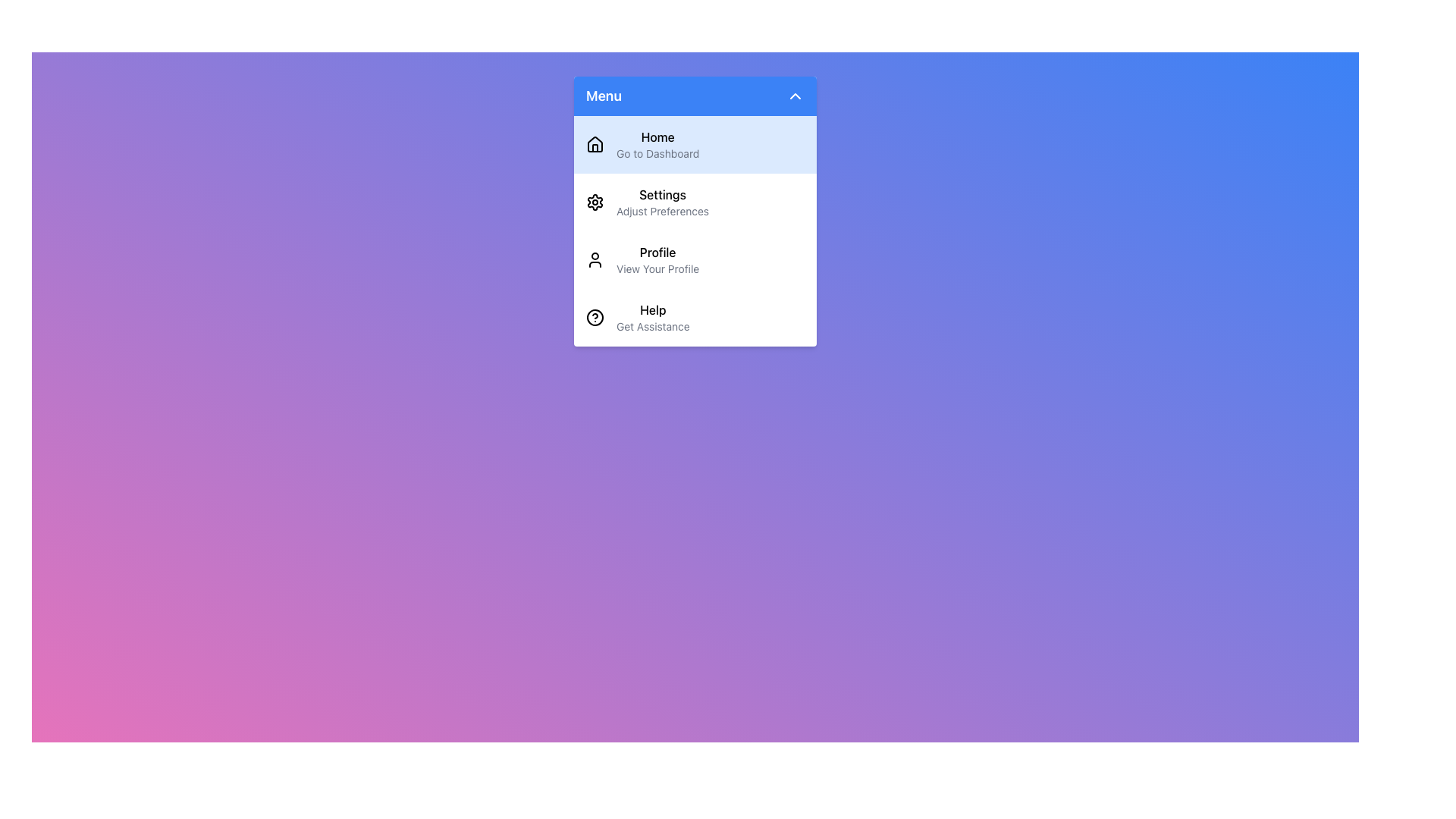 Image resolution: width=1456 pixels, height=819 pixels. Describe the element at coordinates (657, 145) in the screenshot. I see `the 'Home' menu item, which features bold text and is the first item in the blue sidebar menu` at that location.